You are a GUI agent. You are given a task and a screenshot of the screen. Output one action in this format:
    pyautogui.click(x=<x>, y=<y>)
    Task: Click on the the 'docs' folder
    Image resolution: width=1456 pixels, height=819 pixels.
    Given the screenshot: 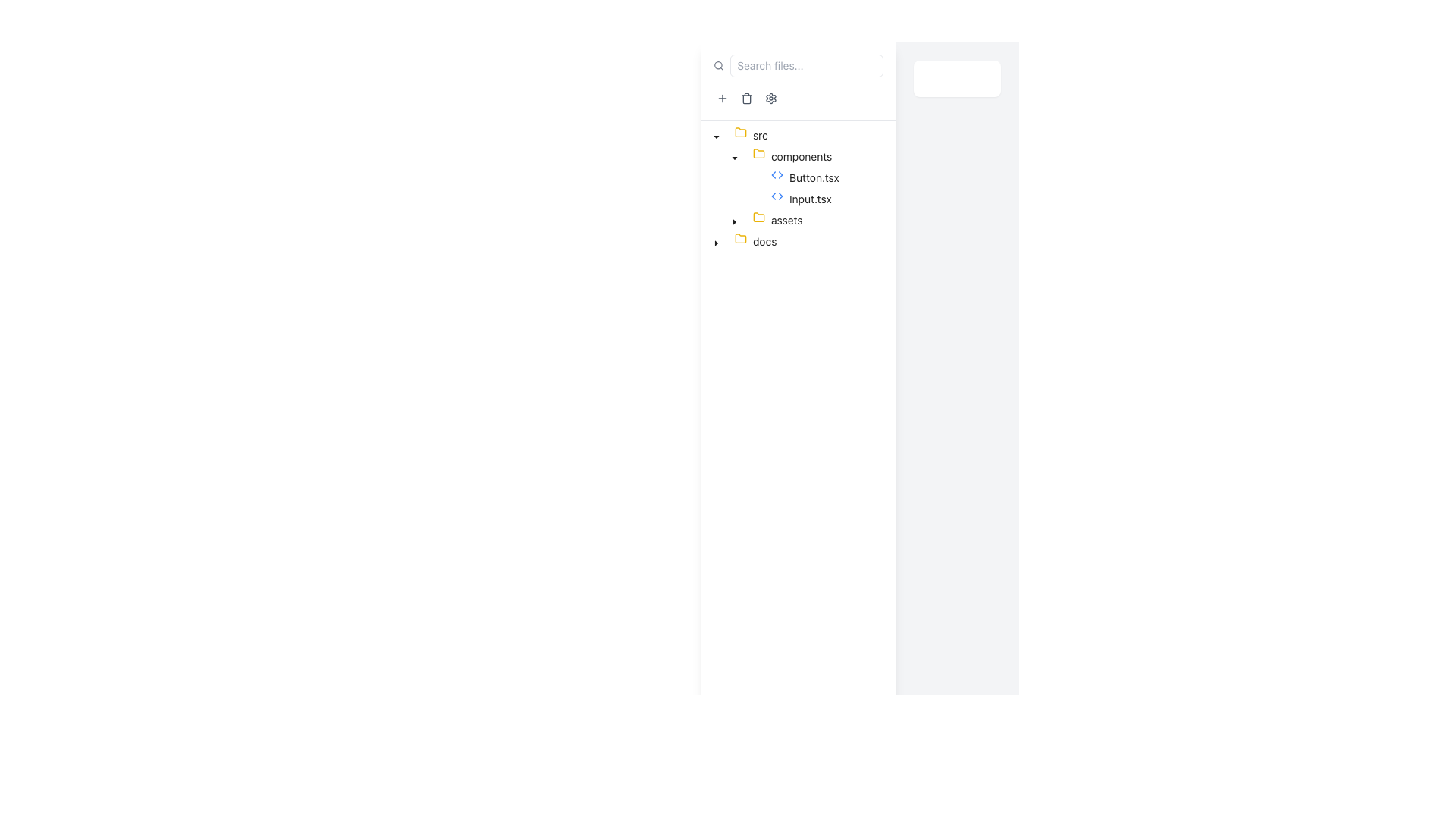 What is the action you would take?
    pyautogui.click(x=745, y=241)
    